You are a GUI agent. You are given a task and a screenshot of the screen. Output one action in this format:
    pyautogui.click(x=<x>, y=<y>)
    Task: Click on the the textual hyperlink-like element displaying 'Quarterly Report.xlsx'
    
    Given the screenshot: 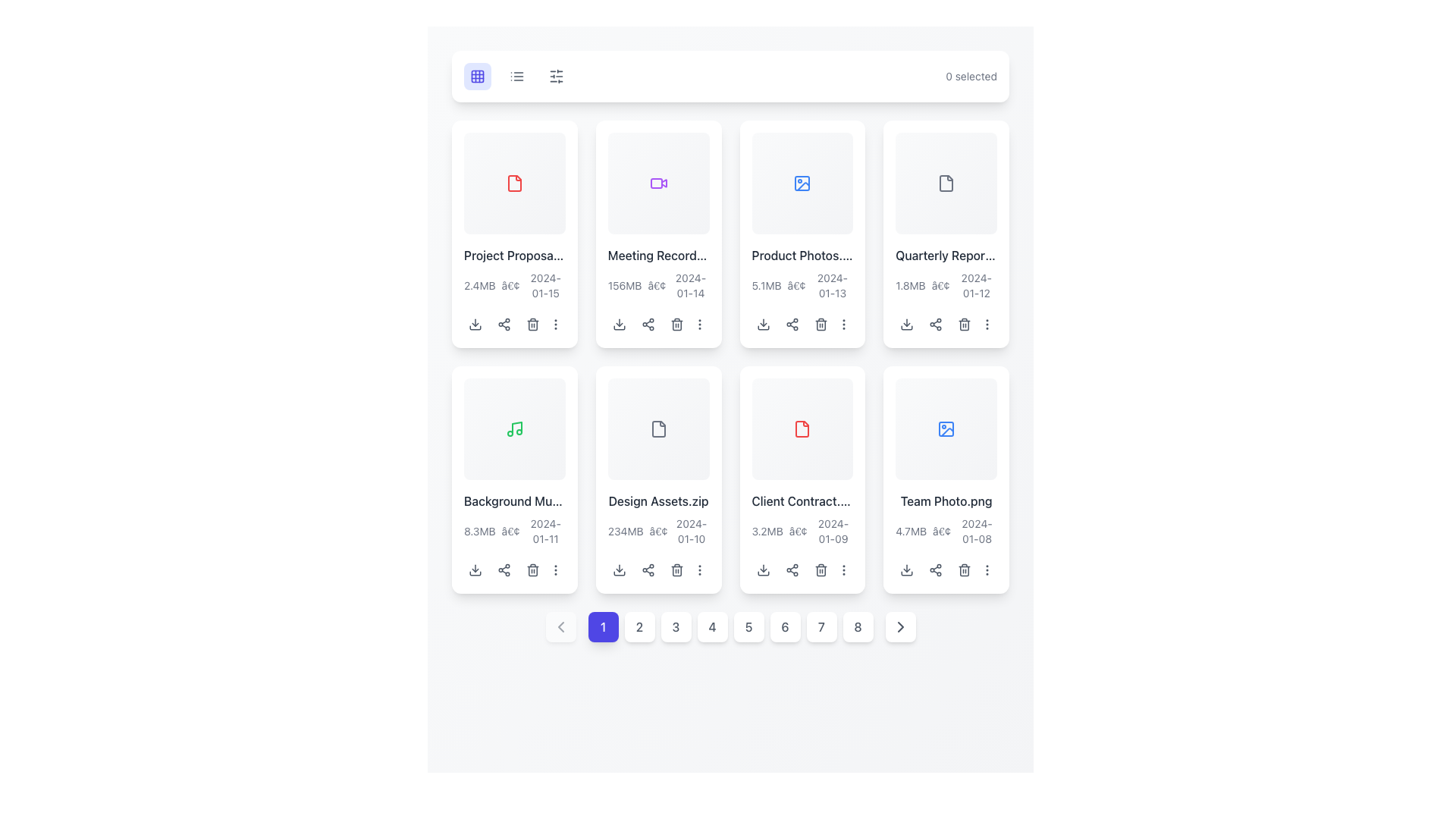 What is the action you would take?
    pyautogui.click(x=946, y=273)
    